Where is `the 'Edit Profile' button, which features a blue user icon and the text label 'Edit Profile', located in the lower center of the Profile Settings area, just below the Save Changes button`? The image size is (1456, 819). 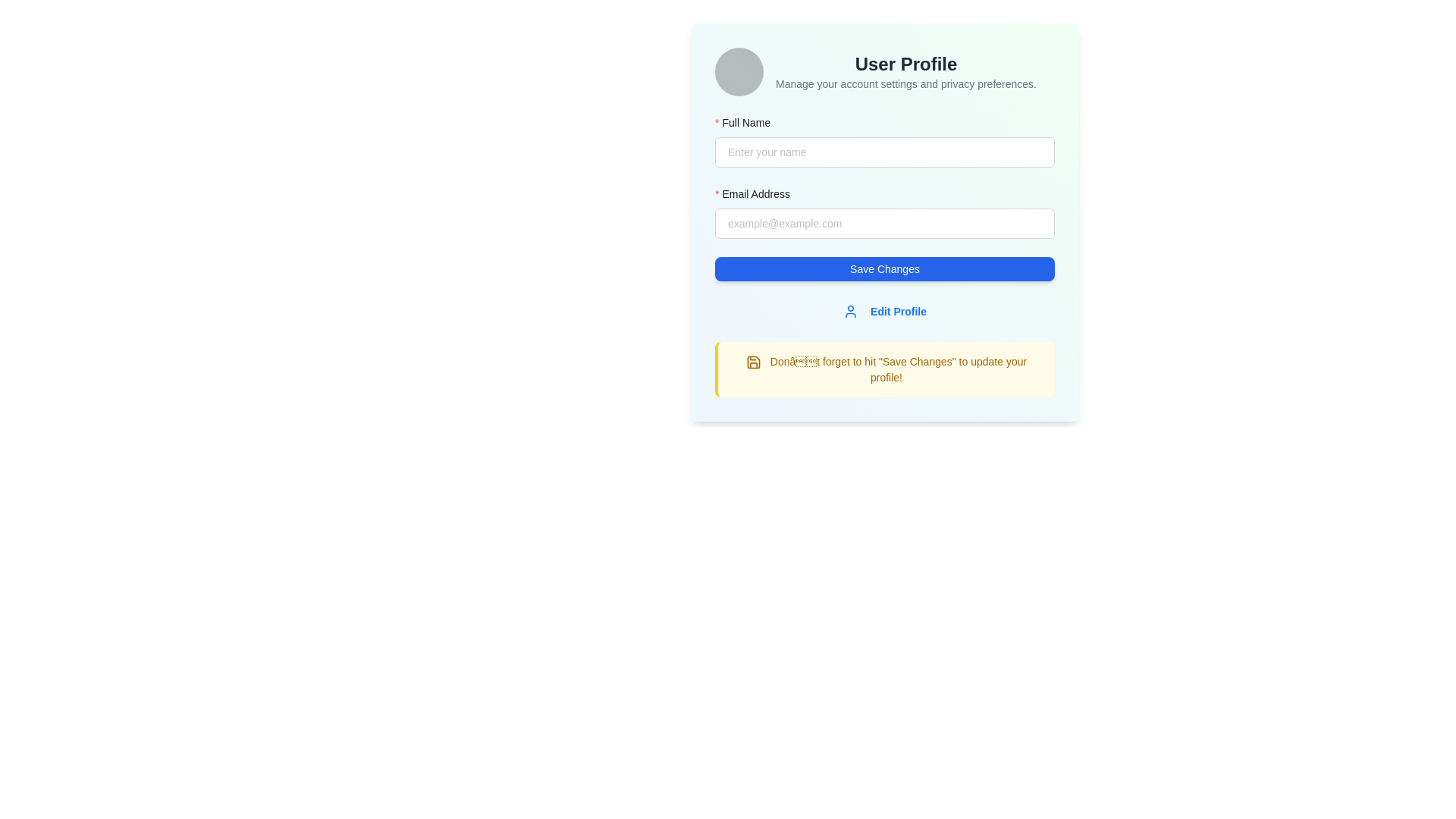
the 'Edit Profile' button, which features a blue user icon and the text label 'Edit Profile', located in the lower center of the Profile Settings area, just below the Save Changes button is located at coordinates (884, 311).